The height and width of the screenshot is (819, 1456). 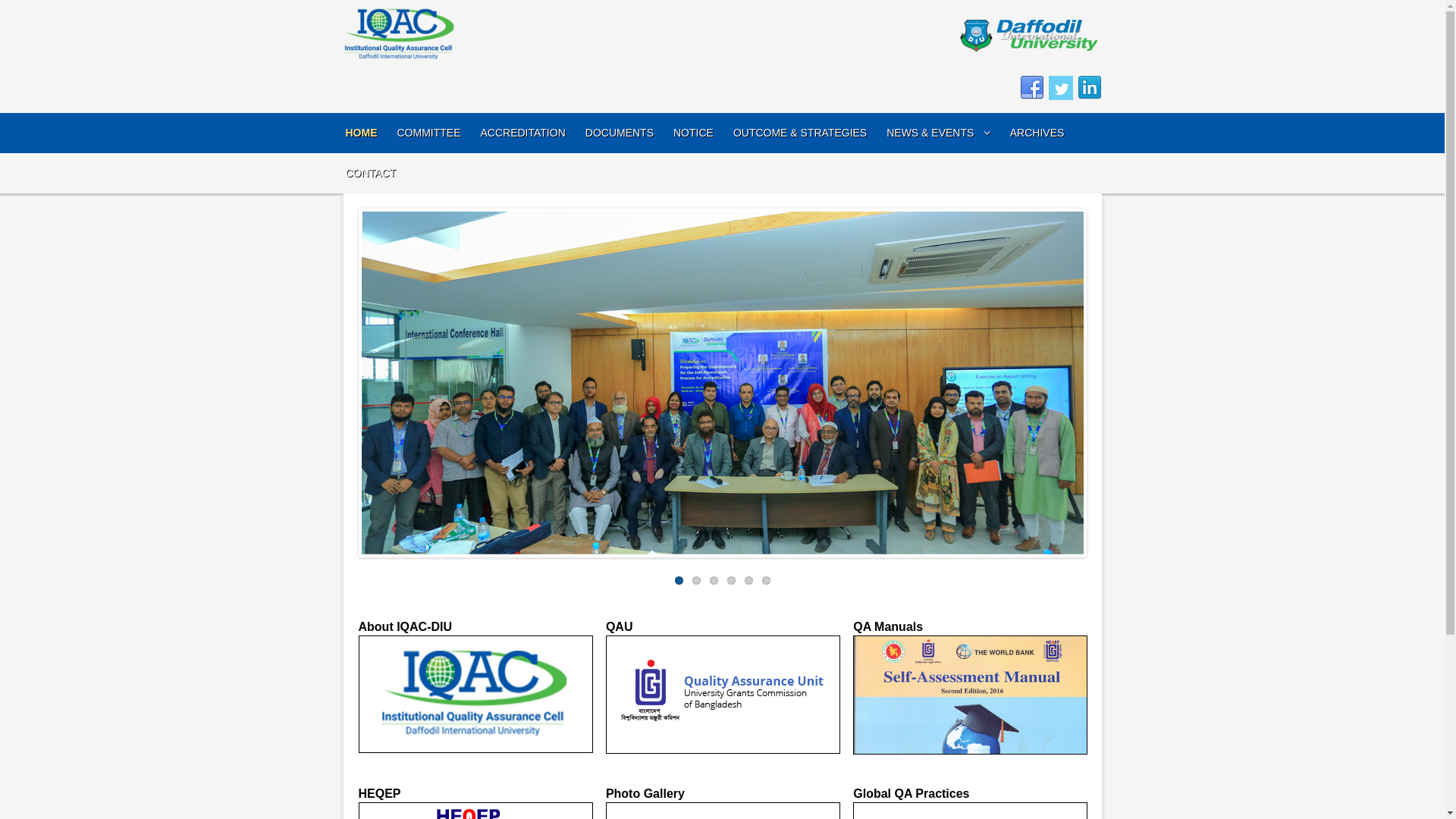 What do you see at coordinates (695, 580) in the screenshot?
I see `'2'` at bounding box center [695, 580].